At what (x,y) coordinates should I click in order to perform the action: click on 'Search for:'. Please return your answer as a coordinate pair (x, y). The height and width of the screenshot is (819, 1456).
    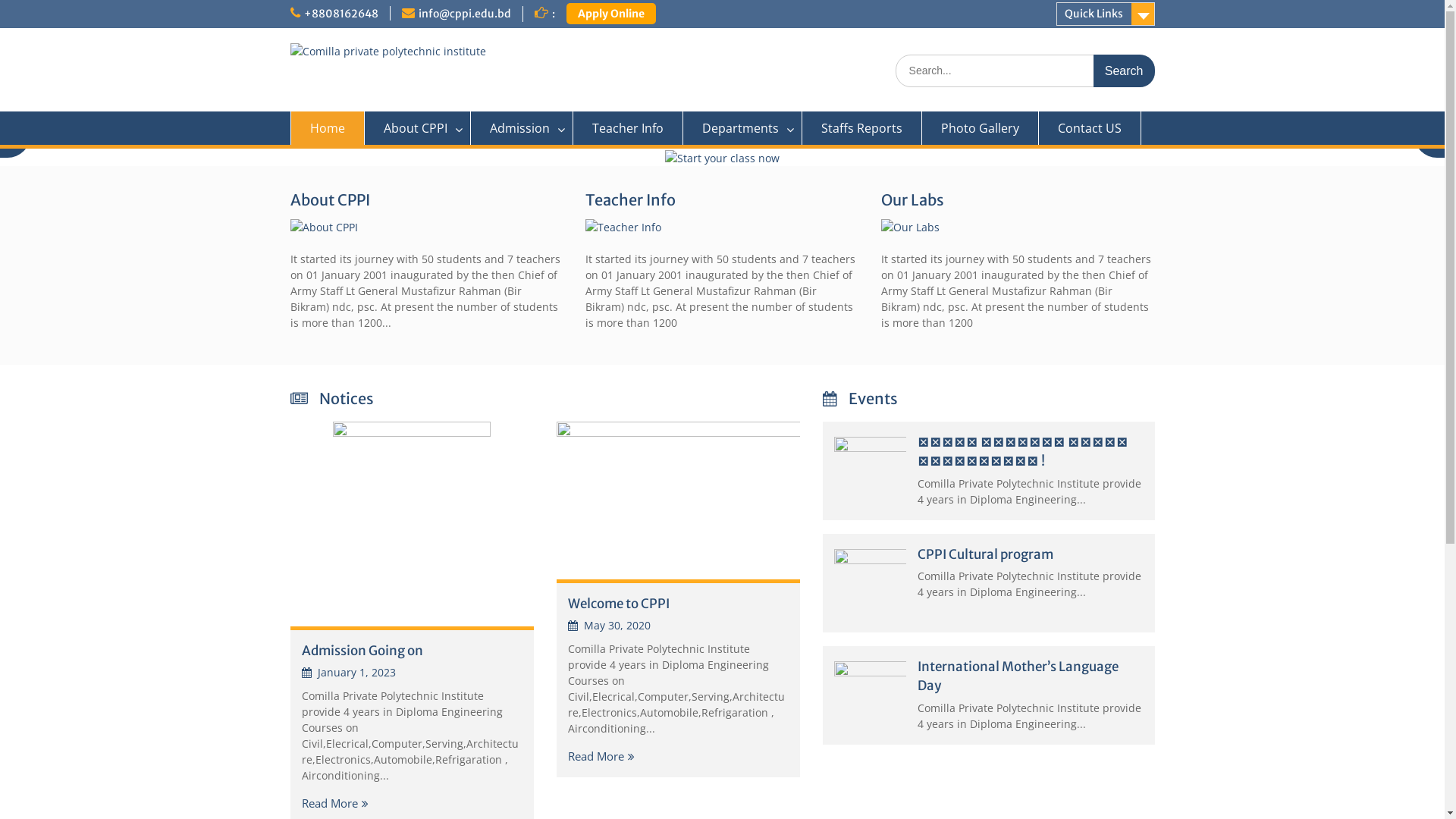
    Looking at the image, I should click on (1024, 71).